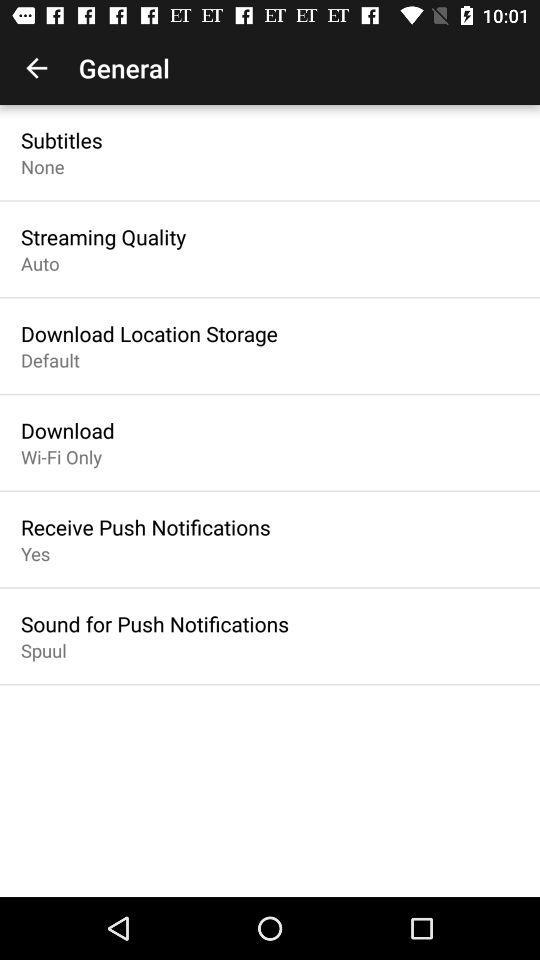  I want to click on the icon below sound for push item, so click(43, 649).